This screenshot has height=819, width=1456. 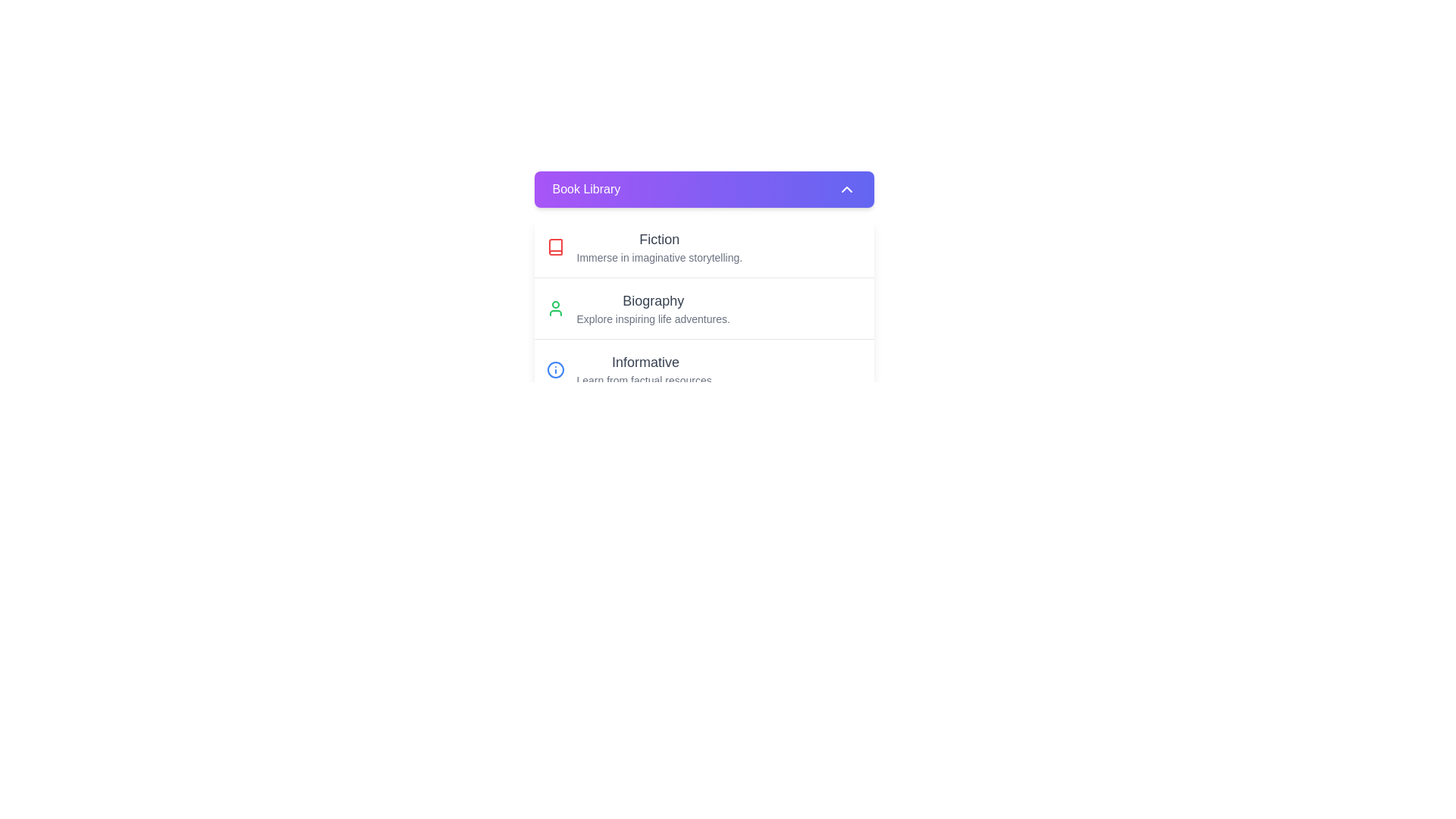 What do you see at coordinates (554, 308) in the screenshot?
I see `the 'Biography' icon, which serves as a visual marker for the Biography category located to the left of the text 'Biography' in the list` at bounding box center [554, 308].